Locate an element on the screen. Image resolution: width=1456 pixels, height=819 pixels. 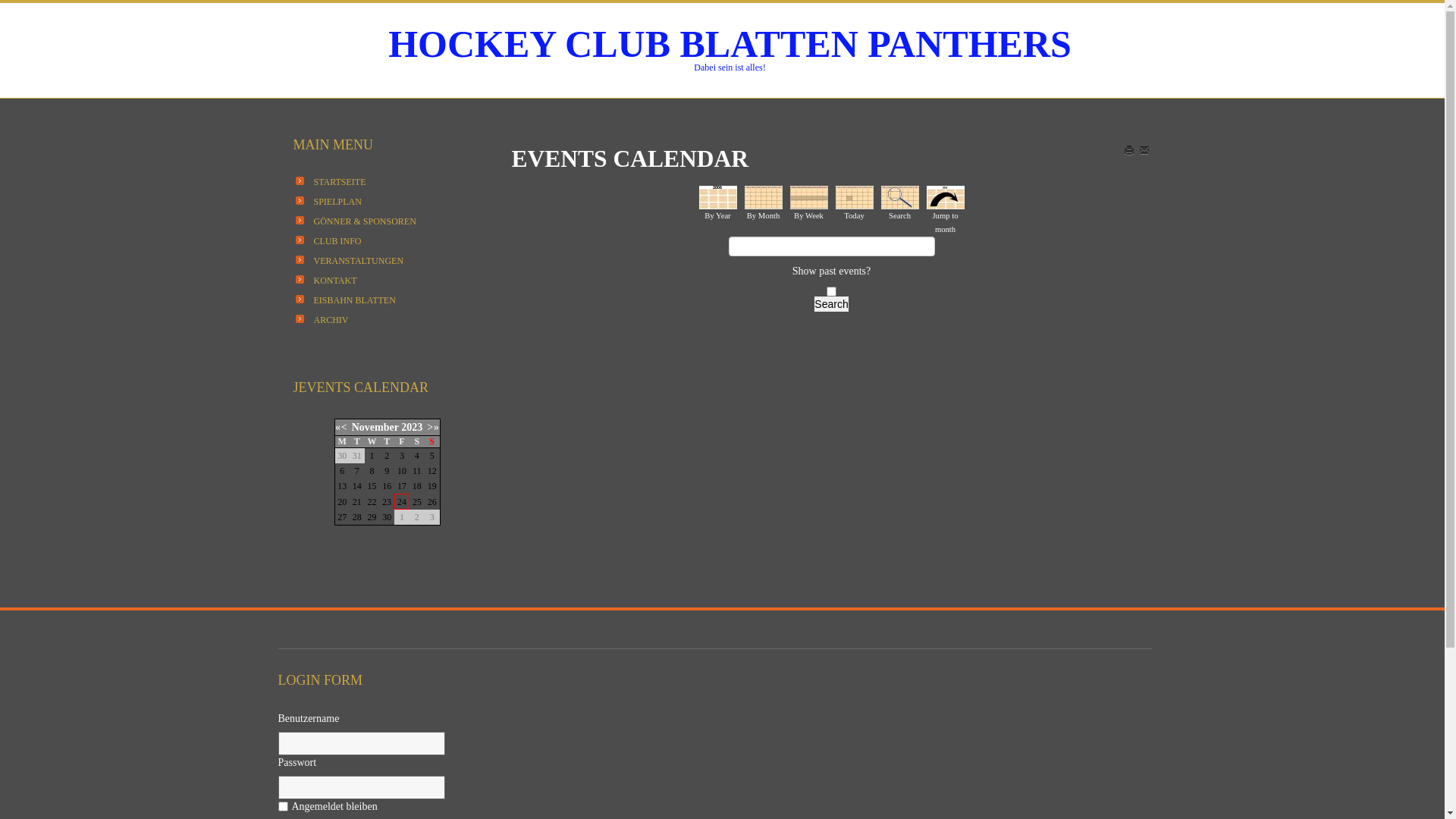
'VERANSTALTUNGEN' is located at coordinates (358, 259).